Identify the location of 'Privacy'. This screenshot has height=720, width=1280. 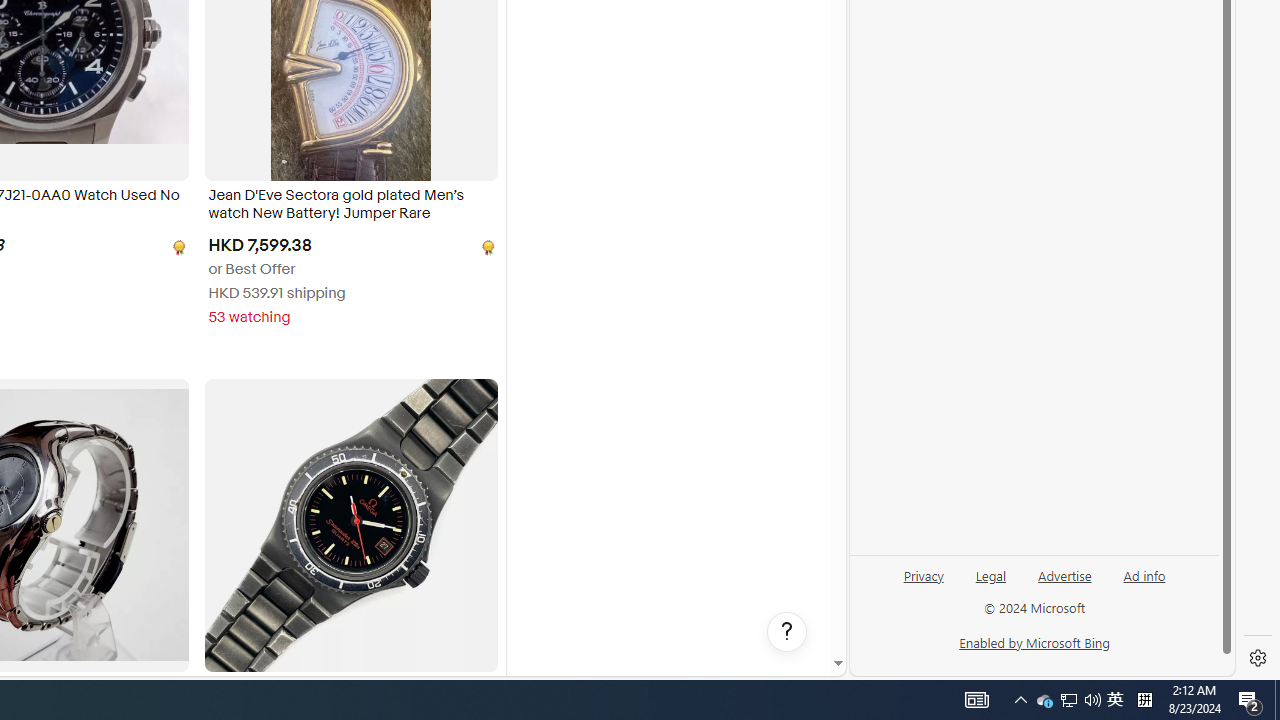
(922, 583).